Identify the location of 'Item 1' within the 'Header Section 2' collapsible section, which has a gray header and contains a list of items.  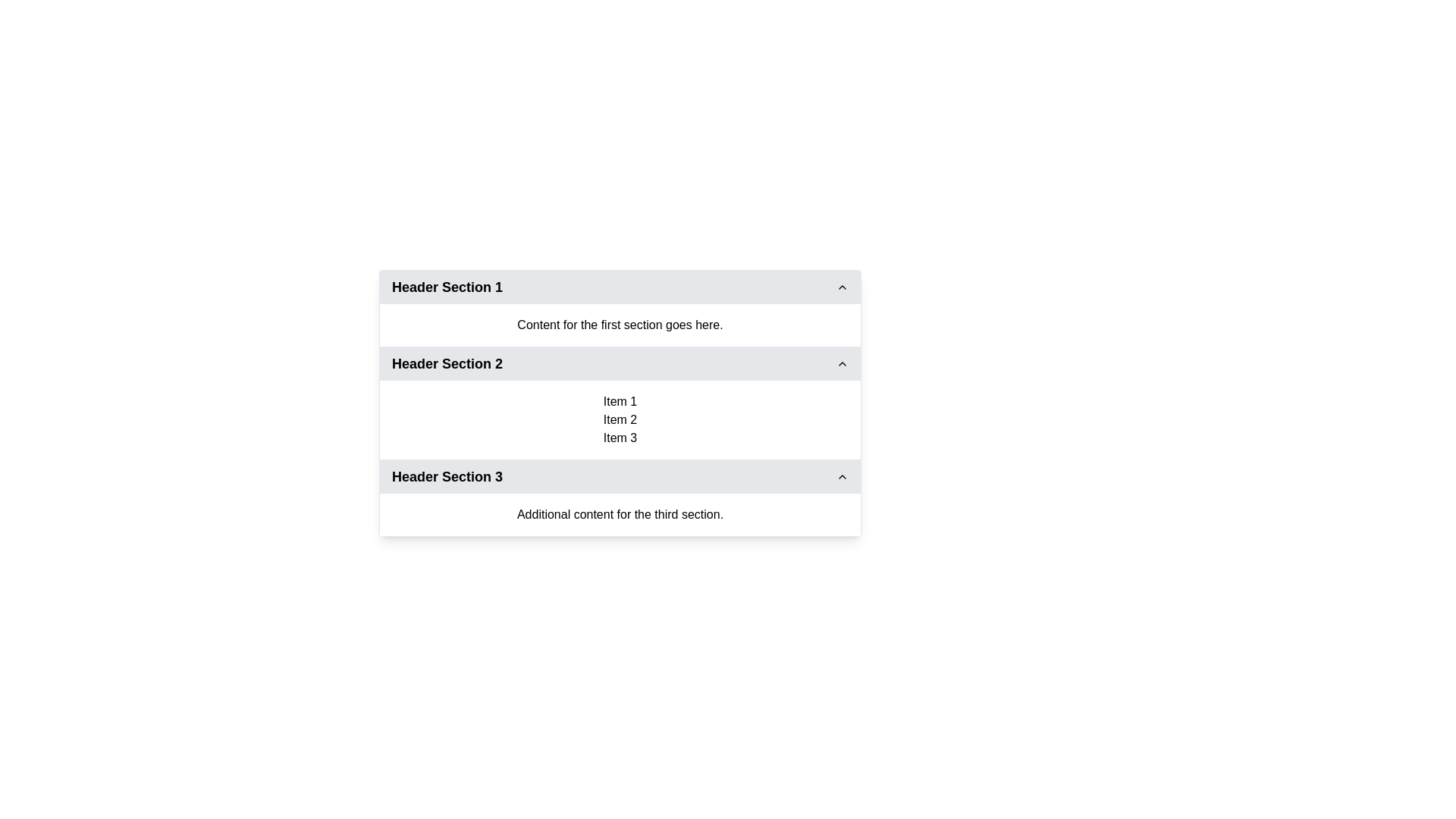
(620, 403).